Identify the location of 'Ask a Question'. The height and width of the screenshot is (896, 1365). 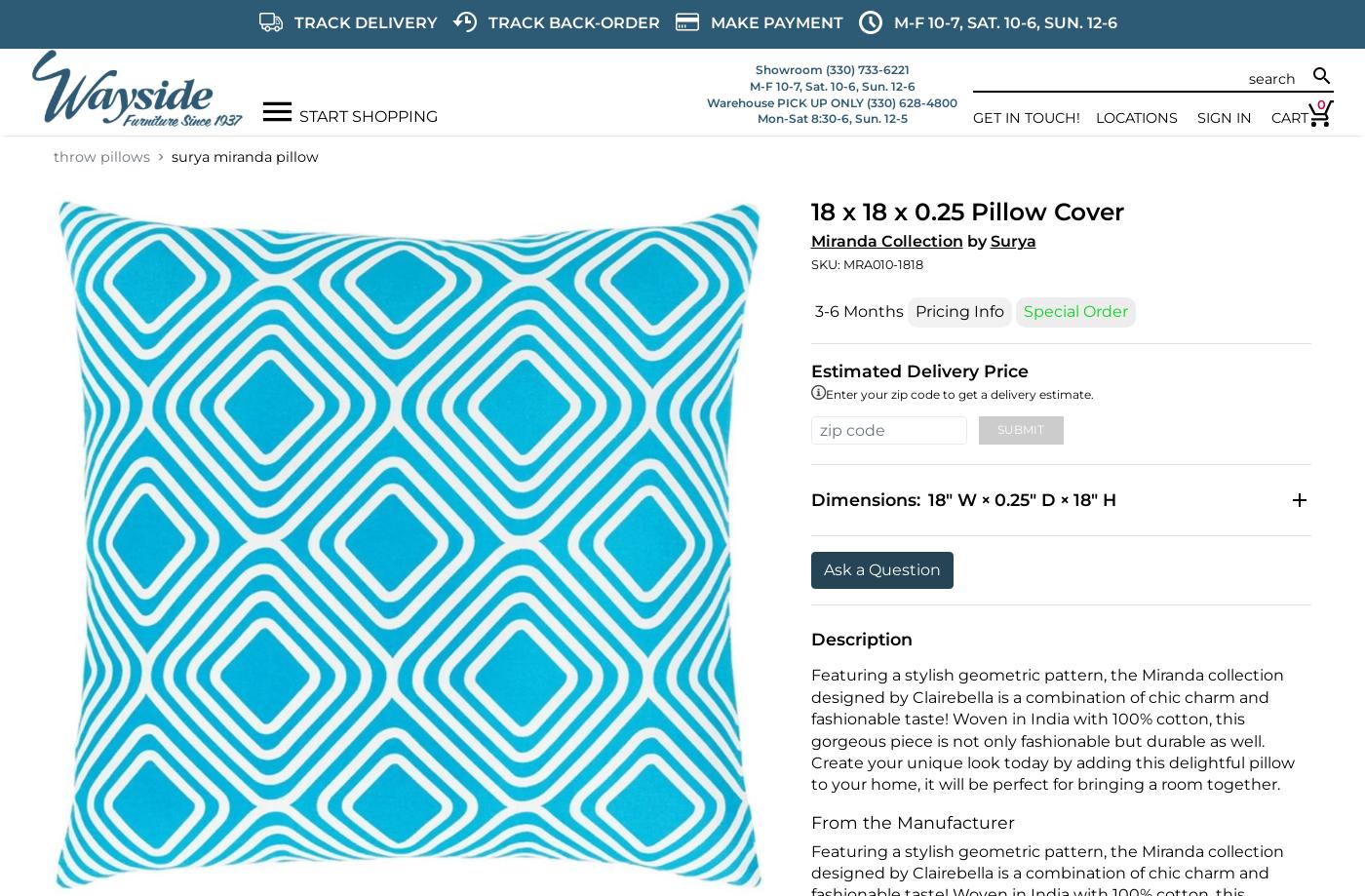
(880, 569).